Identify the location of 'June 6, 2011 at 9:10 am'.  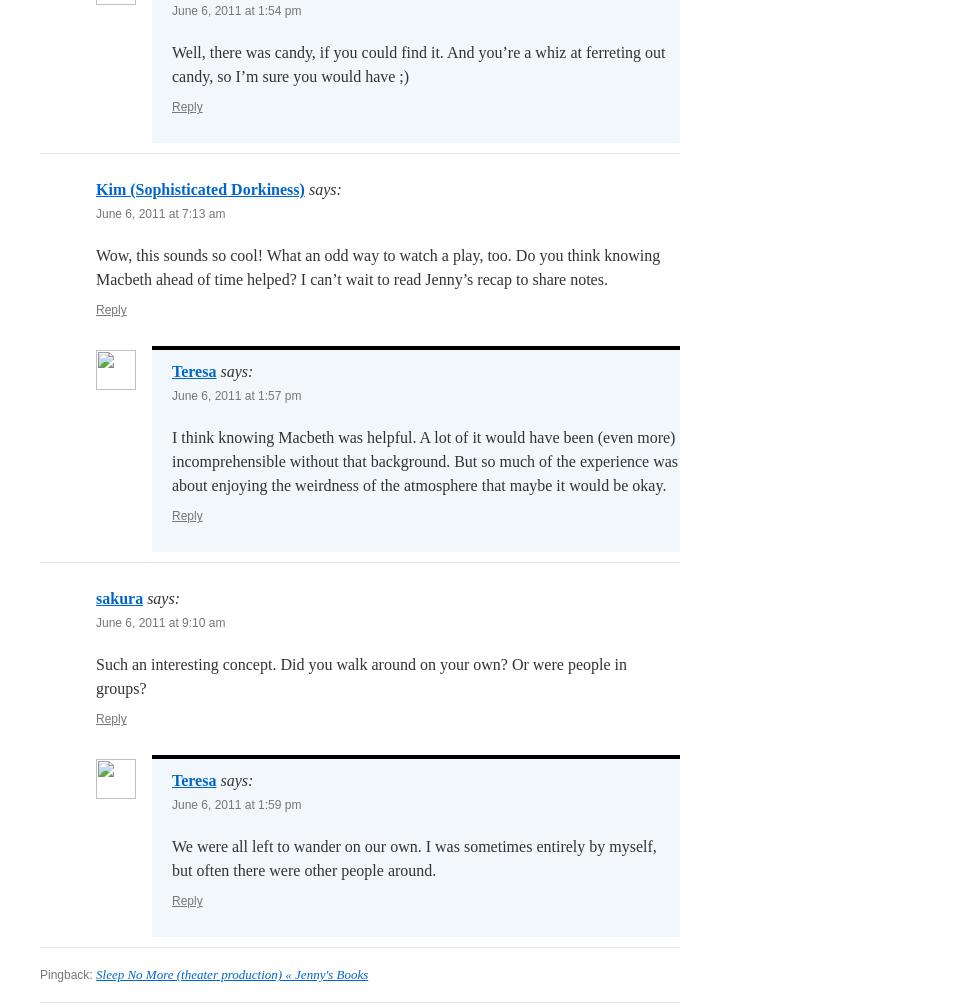
(160, 622).